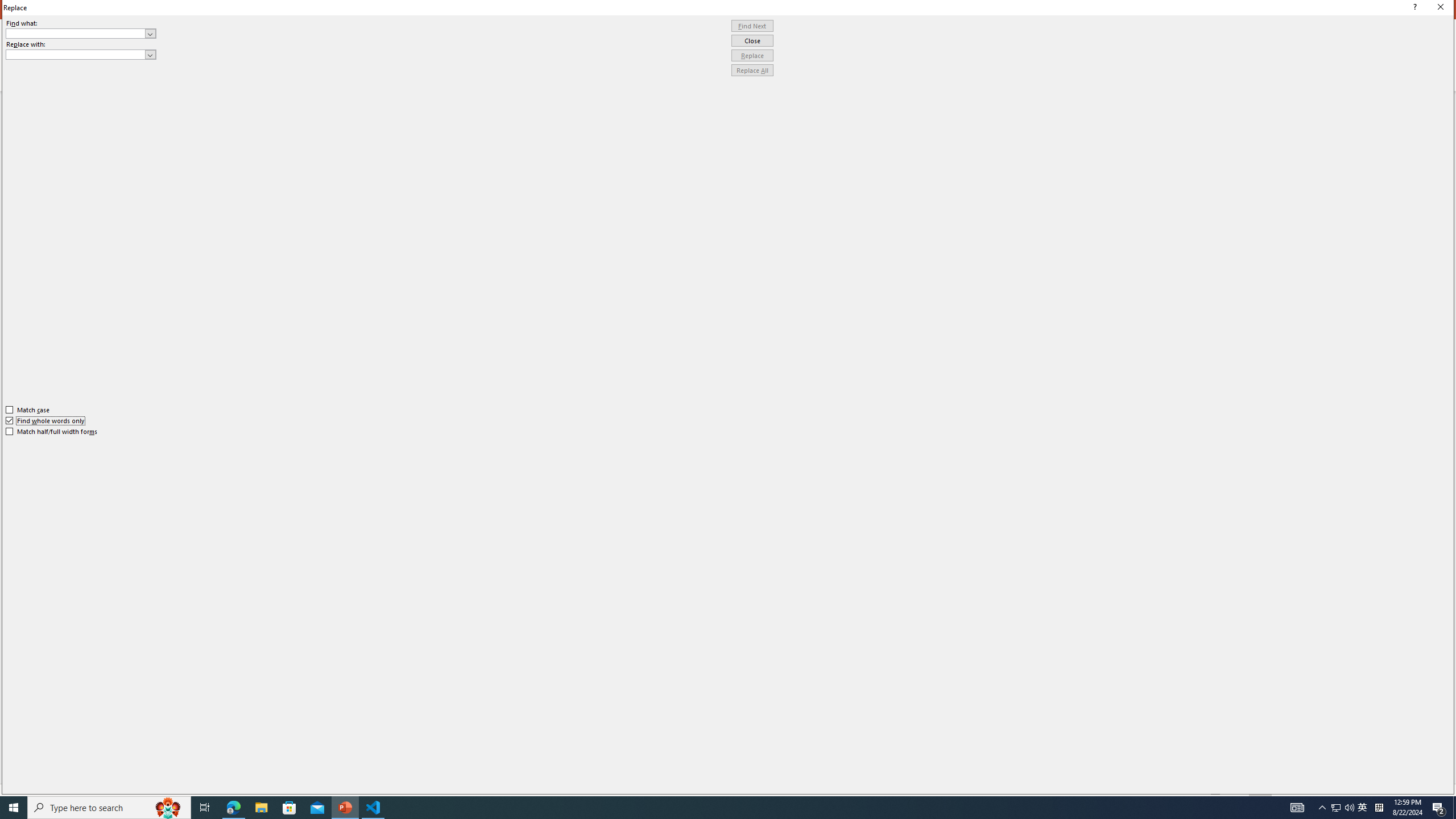 This screenshot has width=1456, height=819. What do you see at coordinates (81, 33) in the screenshot?
I see `'Find what'` at bounding box center [81, 33].